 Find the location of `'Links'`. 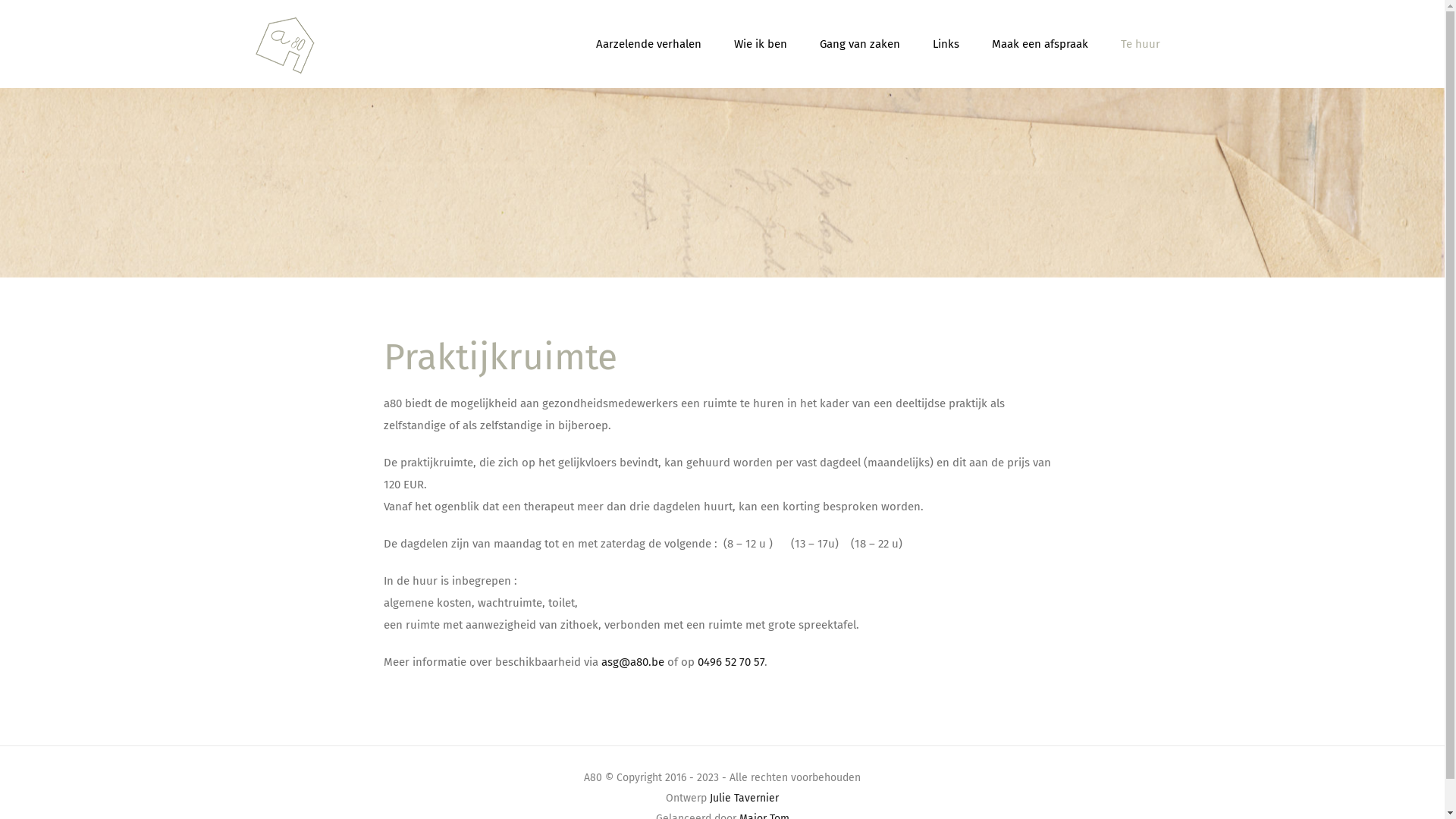

'Links' is located at coordinates (945, 42).